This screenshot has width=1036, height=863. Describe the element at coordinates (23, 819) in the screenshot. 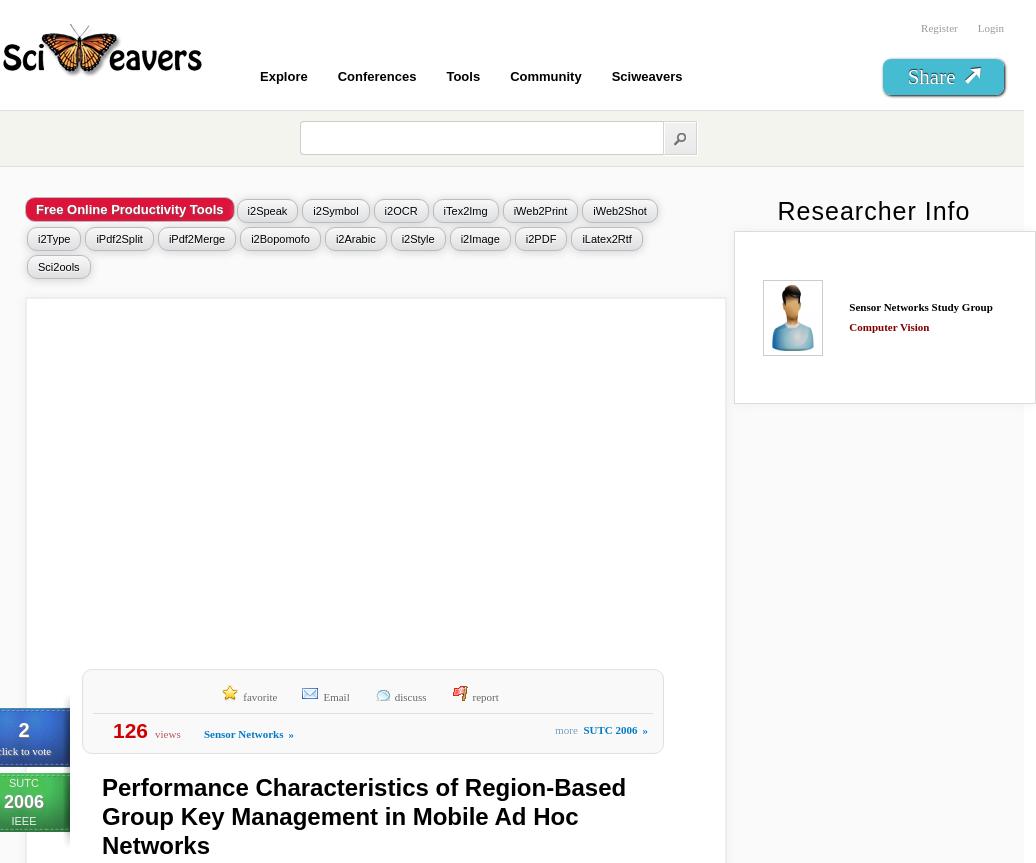

I see `'IEEE'` at that location.